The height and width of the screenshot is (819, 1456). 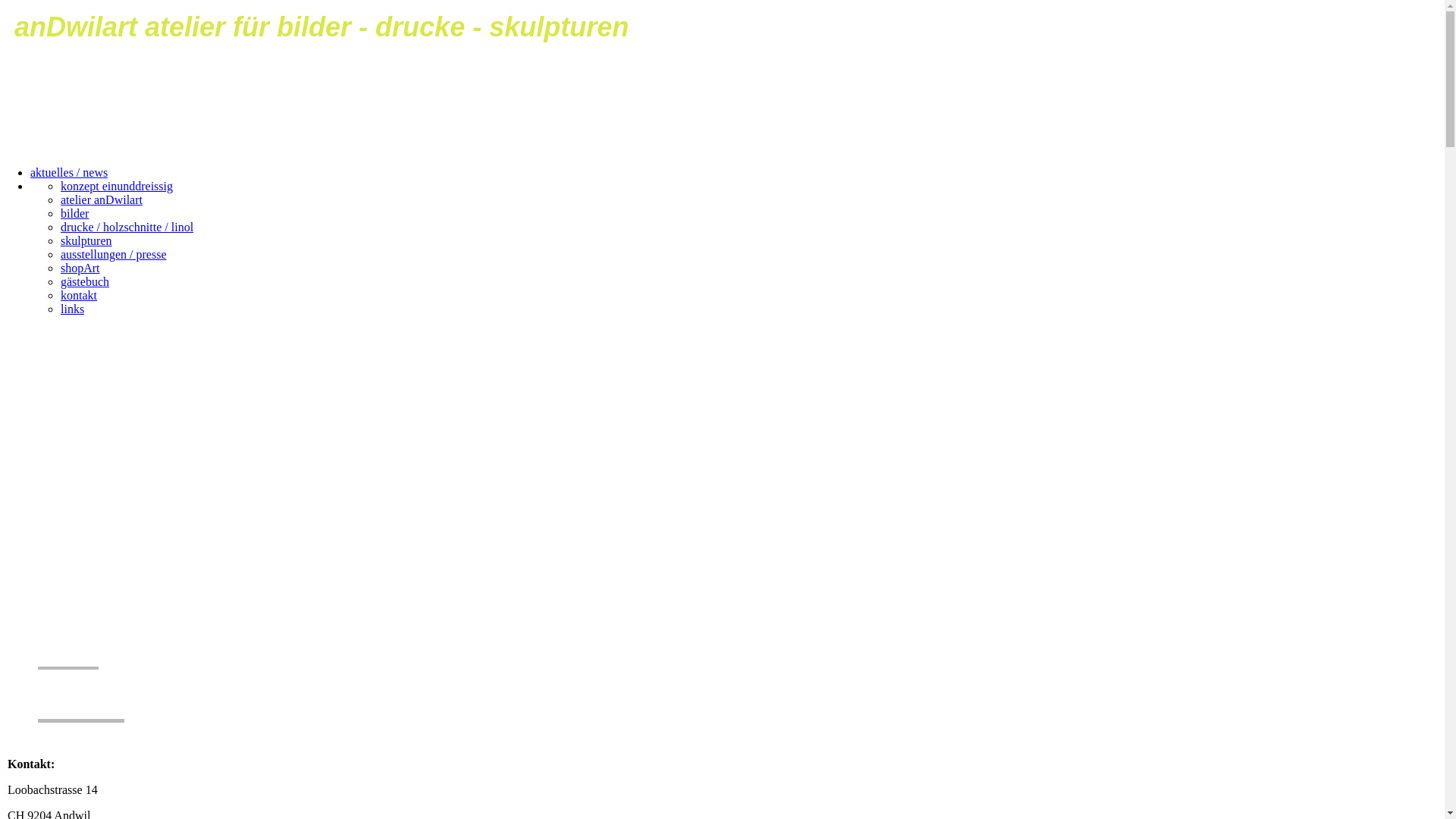 What do you see at coordinates (112, 253) in the screenshot?
I see `'ausstellungen / presse'` at bounding box center [112, 253].